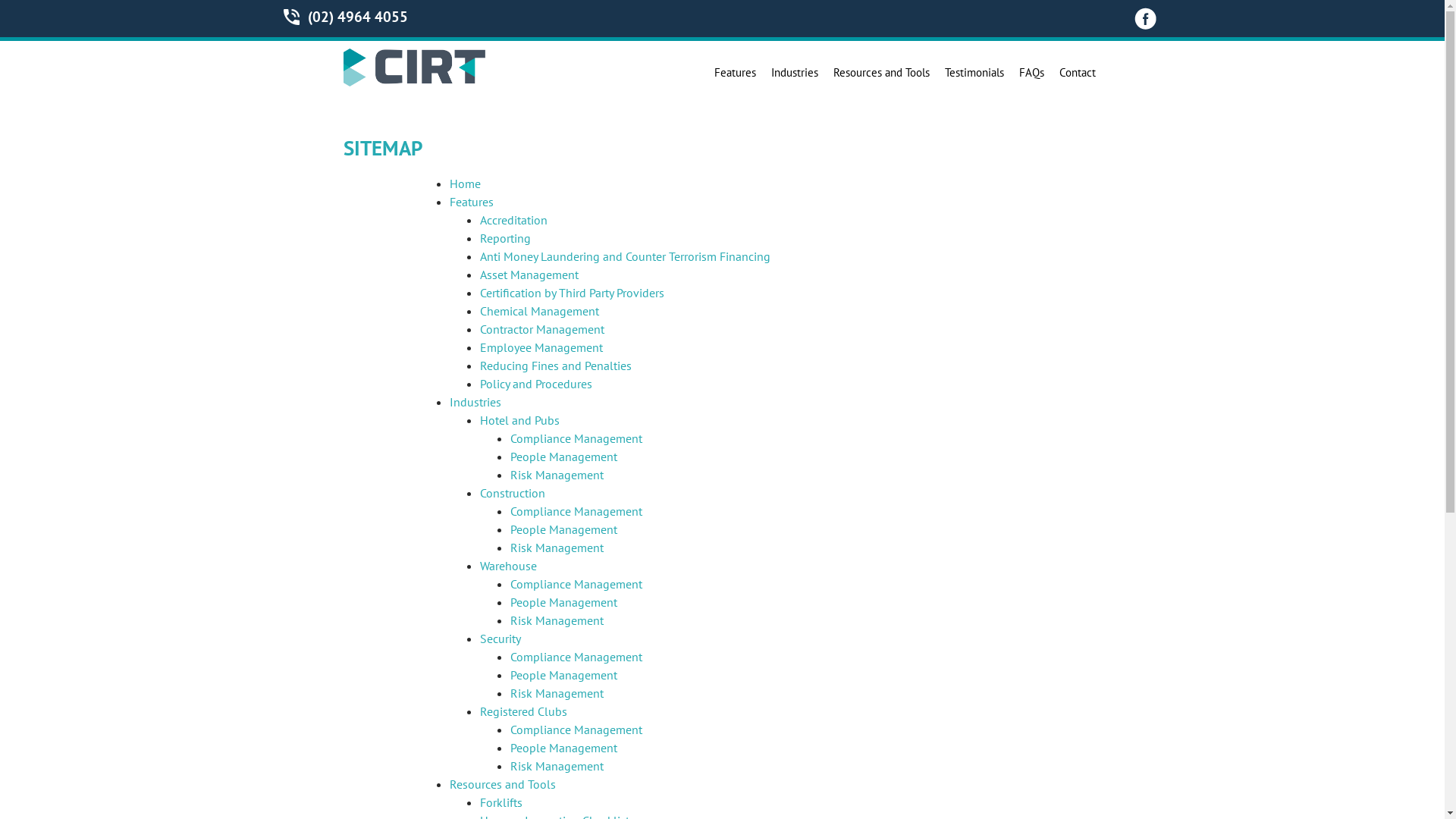 This screenshot has height=819, width=1456. Describe the element at coordinates (479, 638) in the screenshot. I see `'Security'` at that location.